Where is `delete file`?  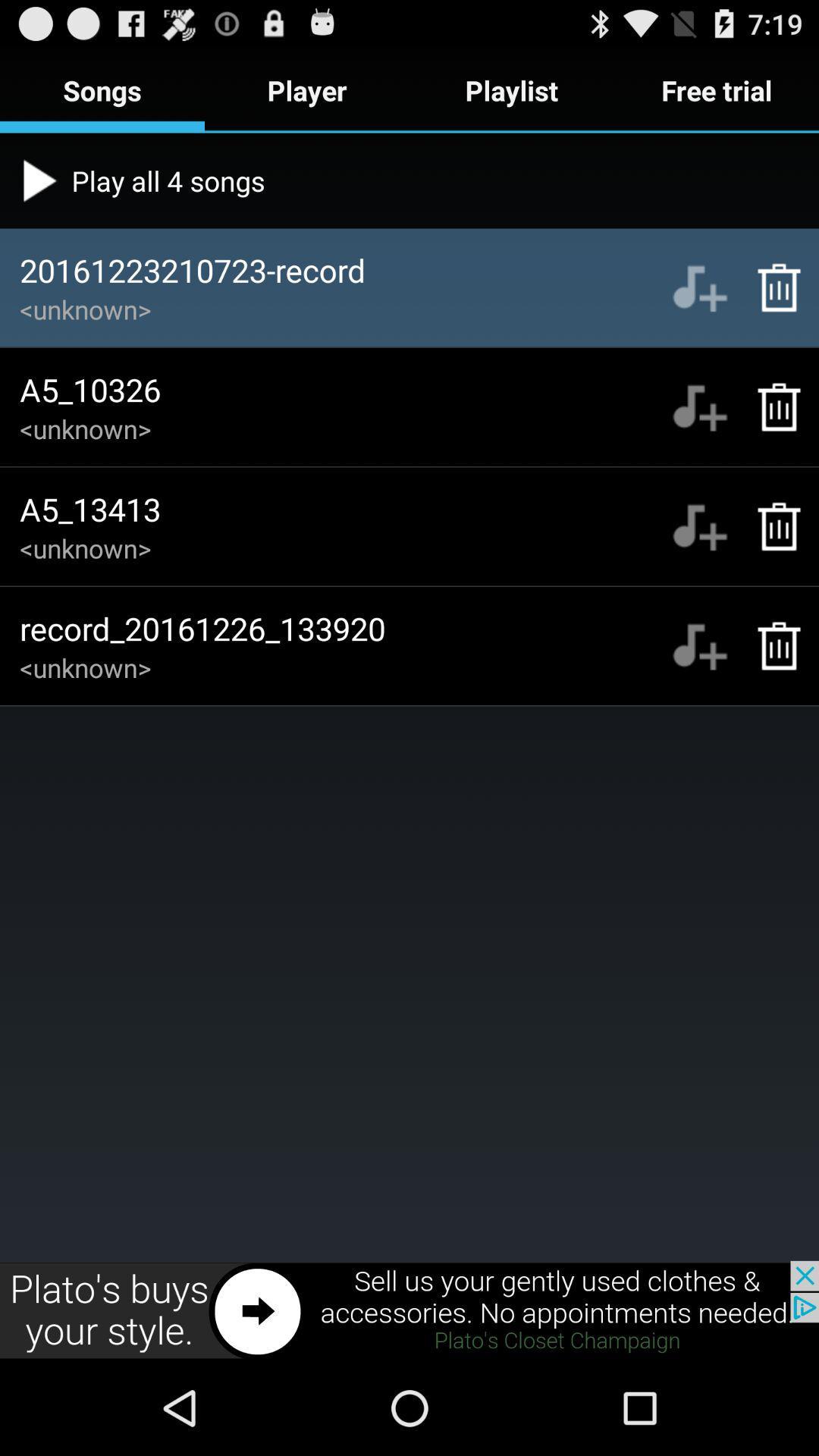 delete file is located at coordinates (771, 287).